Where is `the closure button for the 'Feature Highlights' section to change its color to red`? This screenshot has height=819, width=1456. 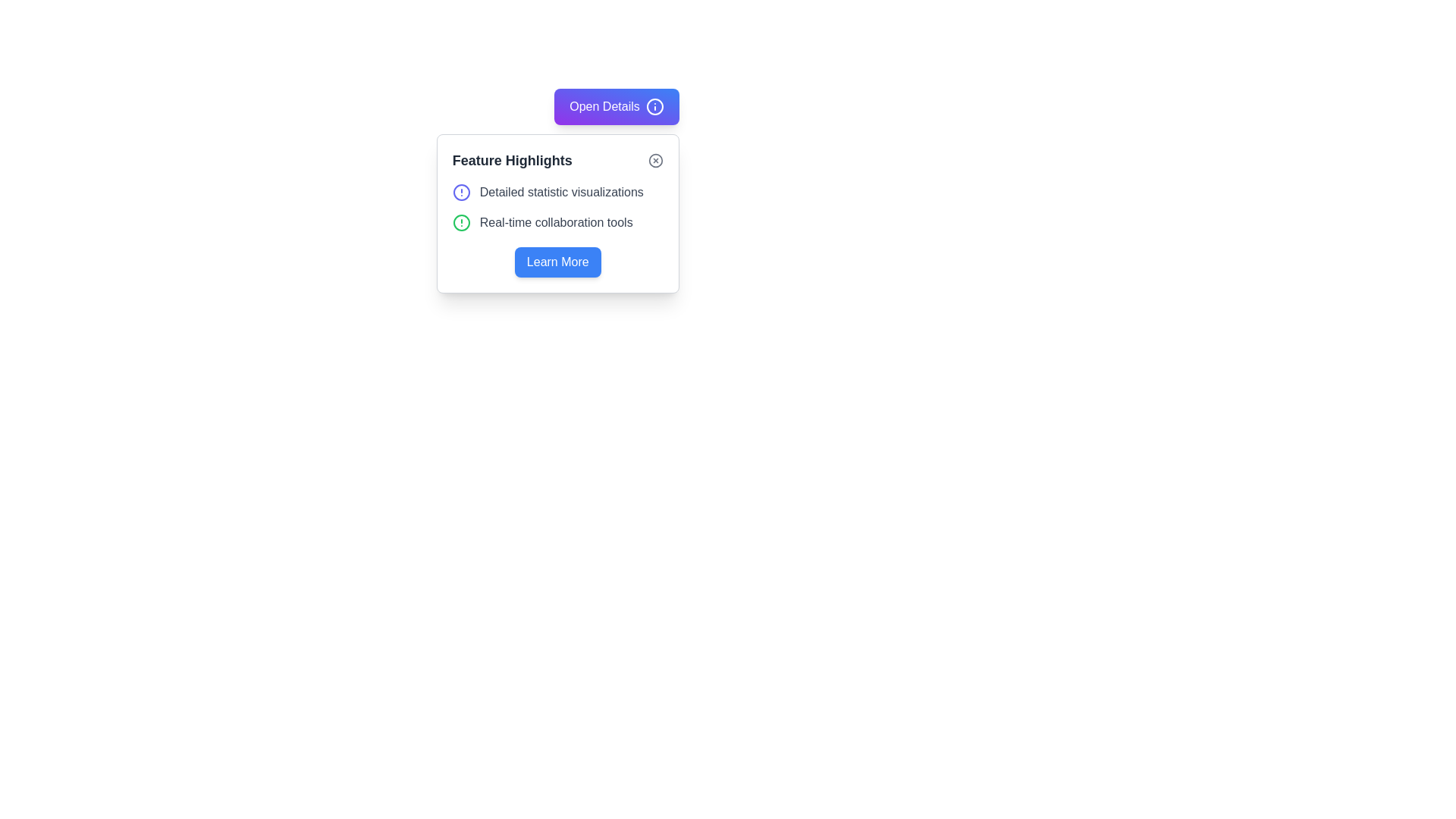 the closure button for the 'Feature Highlights' section to change its color to red is located at coordinates (655, 161).